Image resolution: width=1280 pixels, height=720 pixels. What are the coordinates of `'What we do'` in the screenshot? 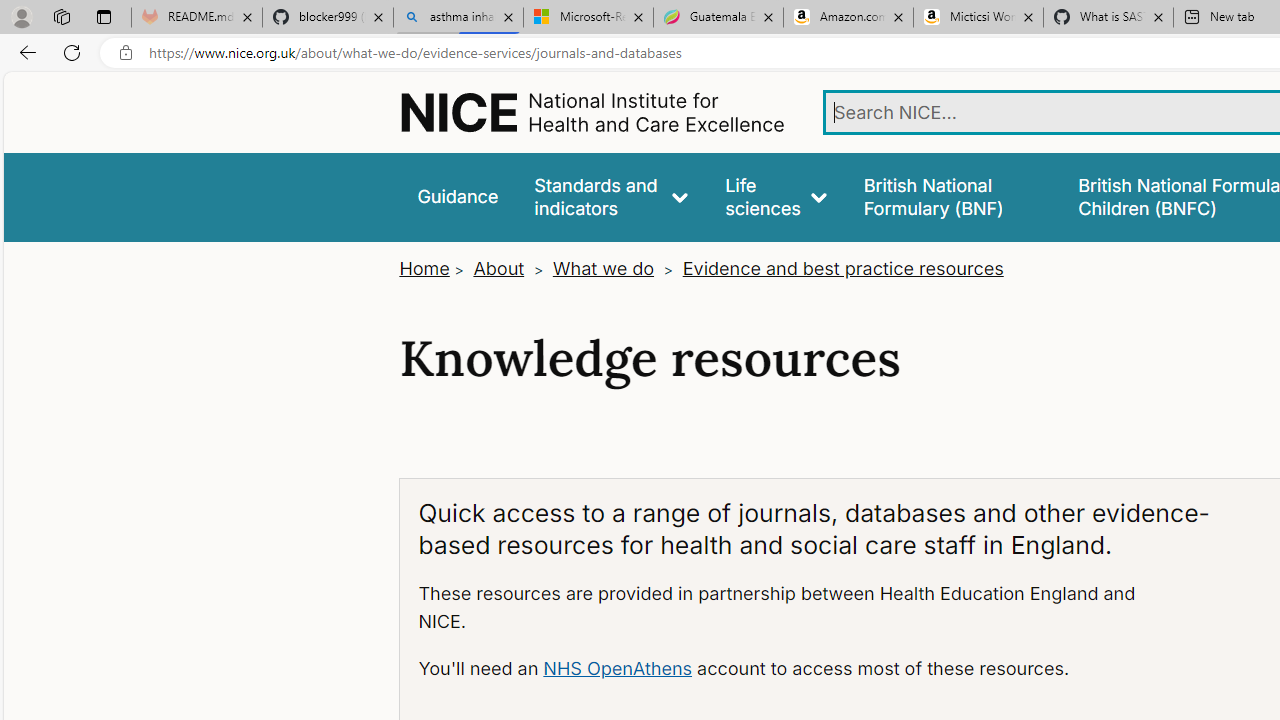 It's located at (602, 267).